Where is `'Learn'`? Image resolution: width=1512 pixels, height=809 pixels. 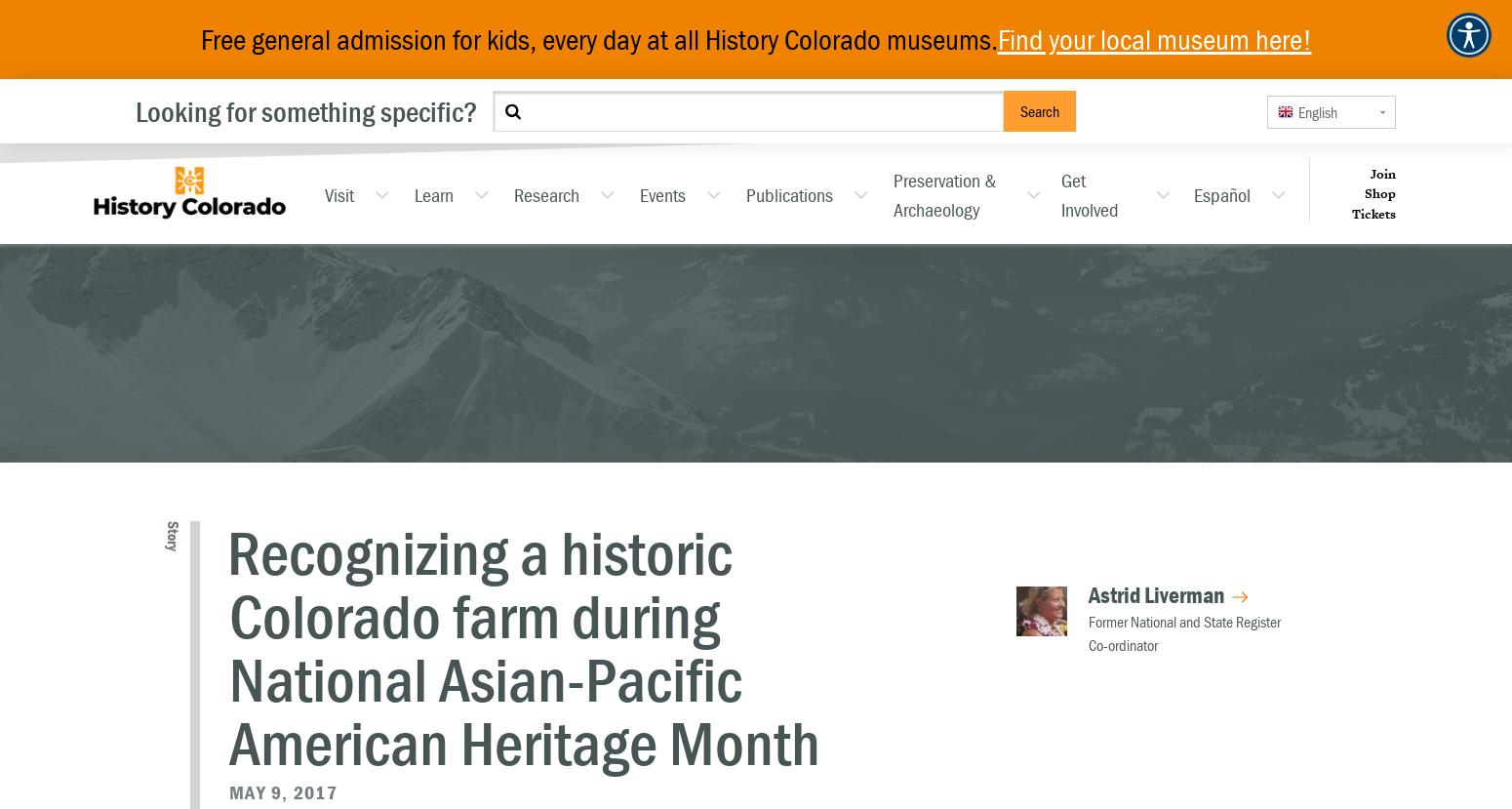
'Learn' is located at coordinates (413, 193).